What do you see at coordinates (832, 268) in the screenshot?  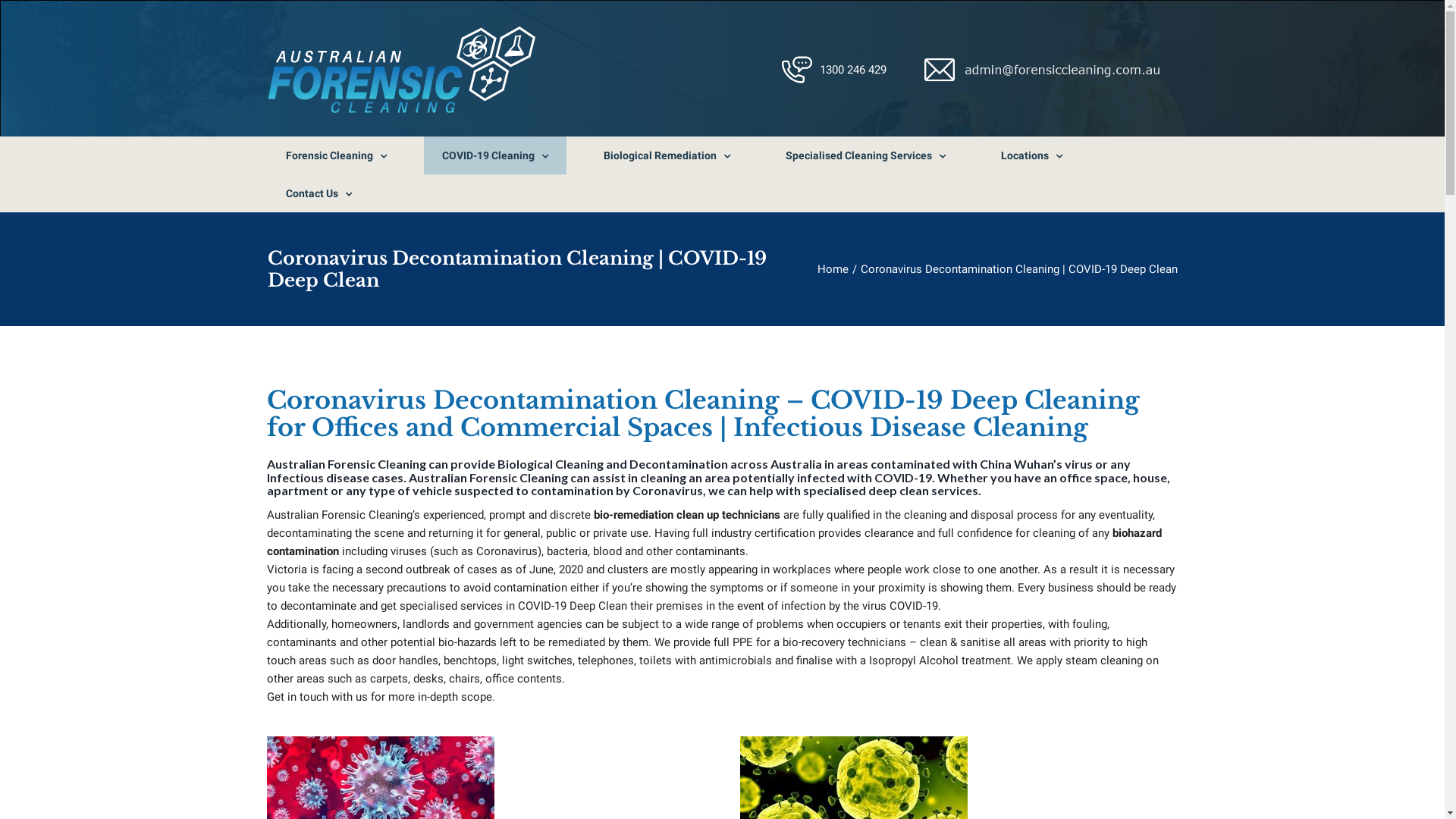 I see `'Home'` at bounding box center [832, 268].